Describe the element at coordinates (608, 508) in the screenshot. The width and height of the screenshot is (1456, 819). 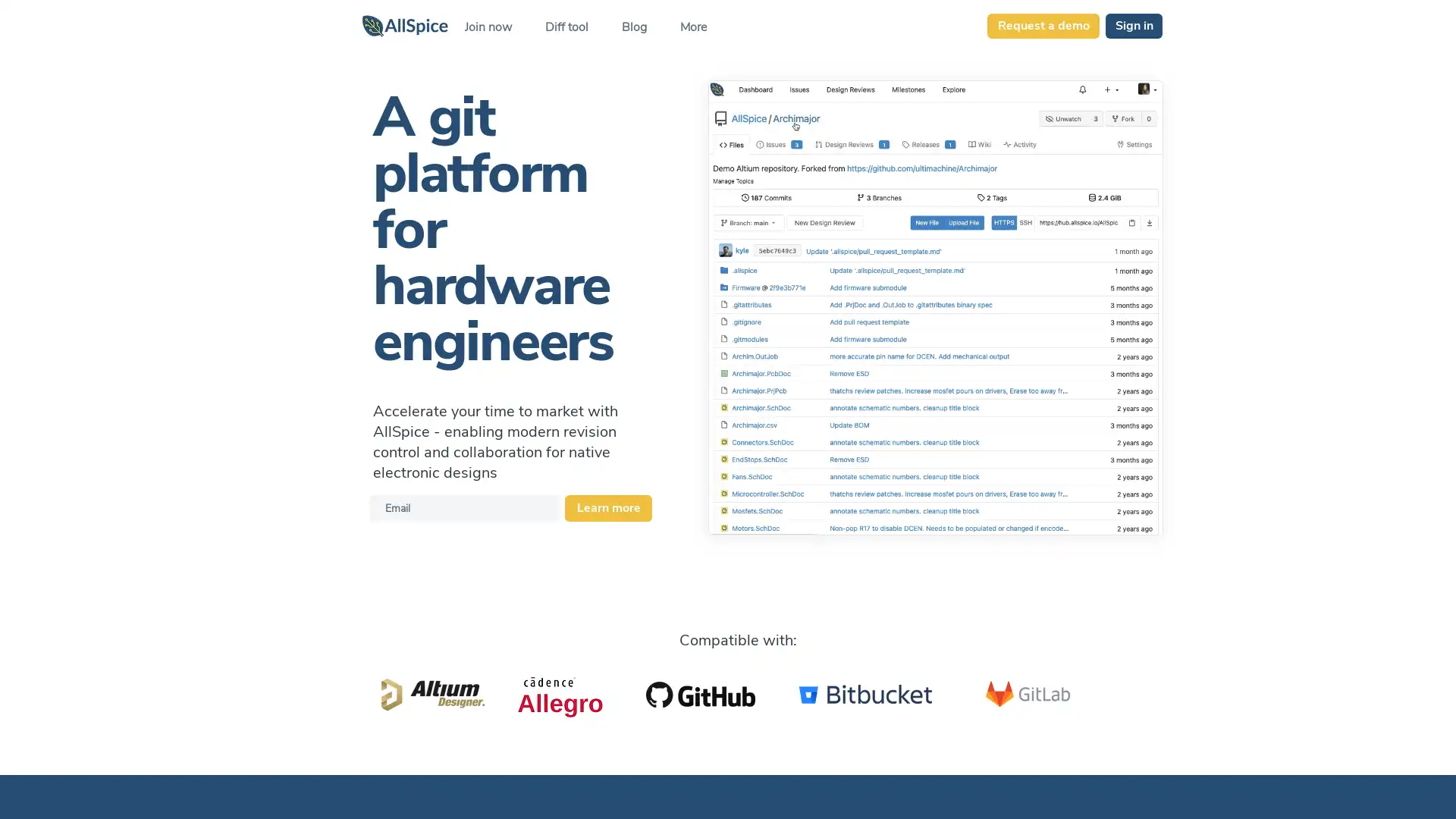
I see `Learn more` at that location.